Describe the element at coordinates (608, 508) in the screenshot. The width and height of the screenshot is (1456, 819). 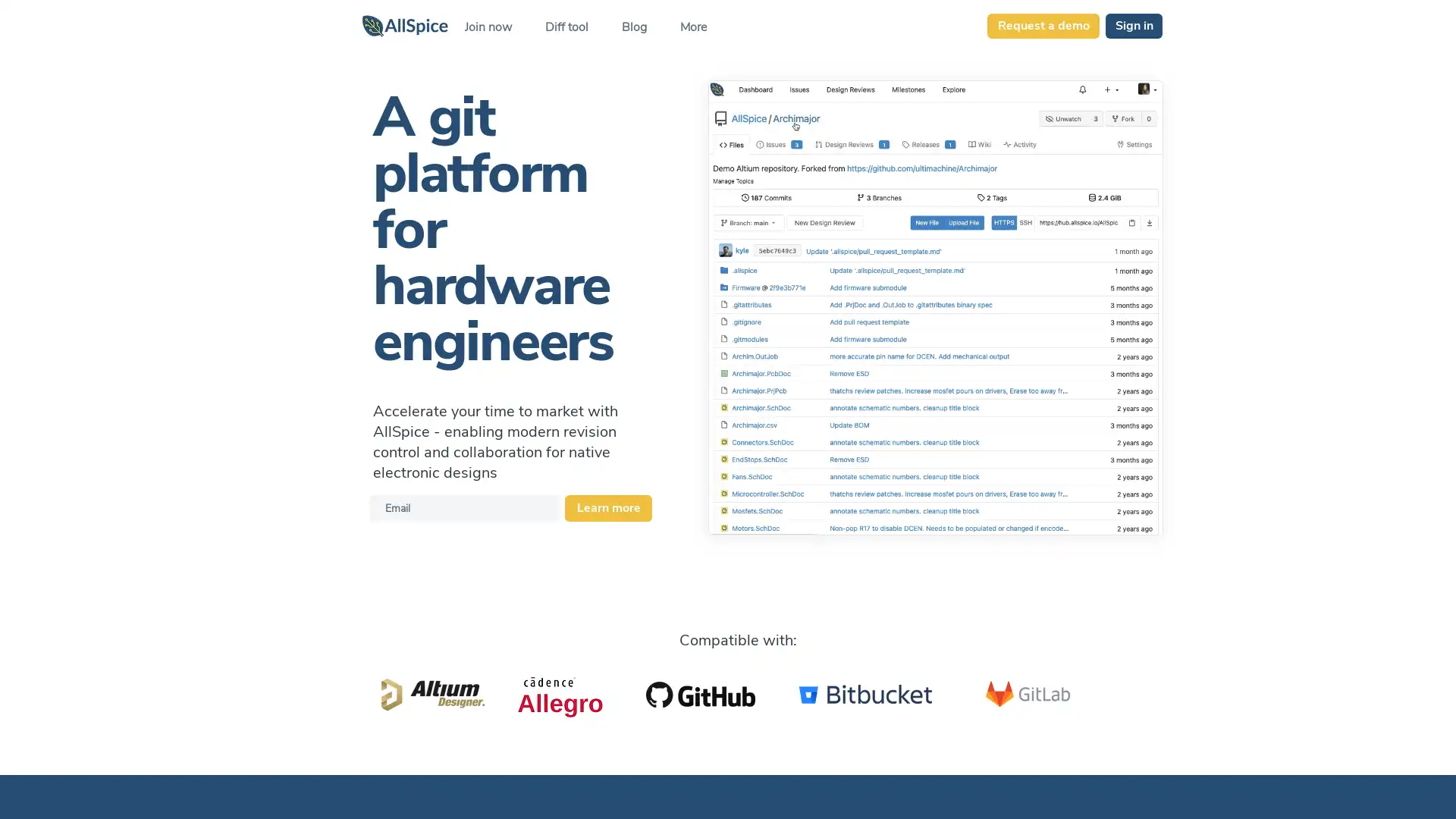
I see `Learn more` at that location.